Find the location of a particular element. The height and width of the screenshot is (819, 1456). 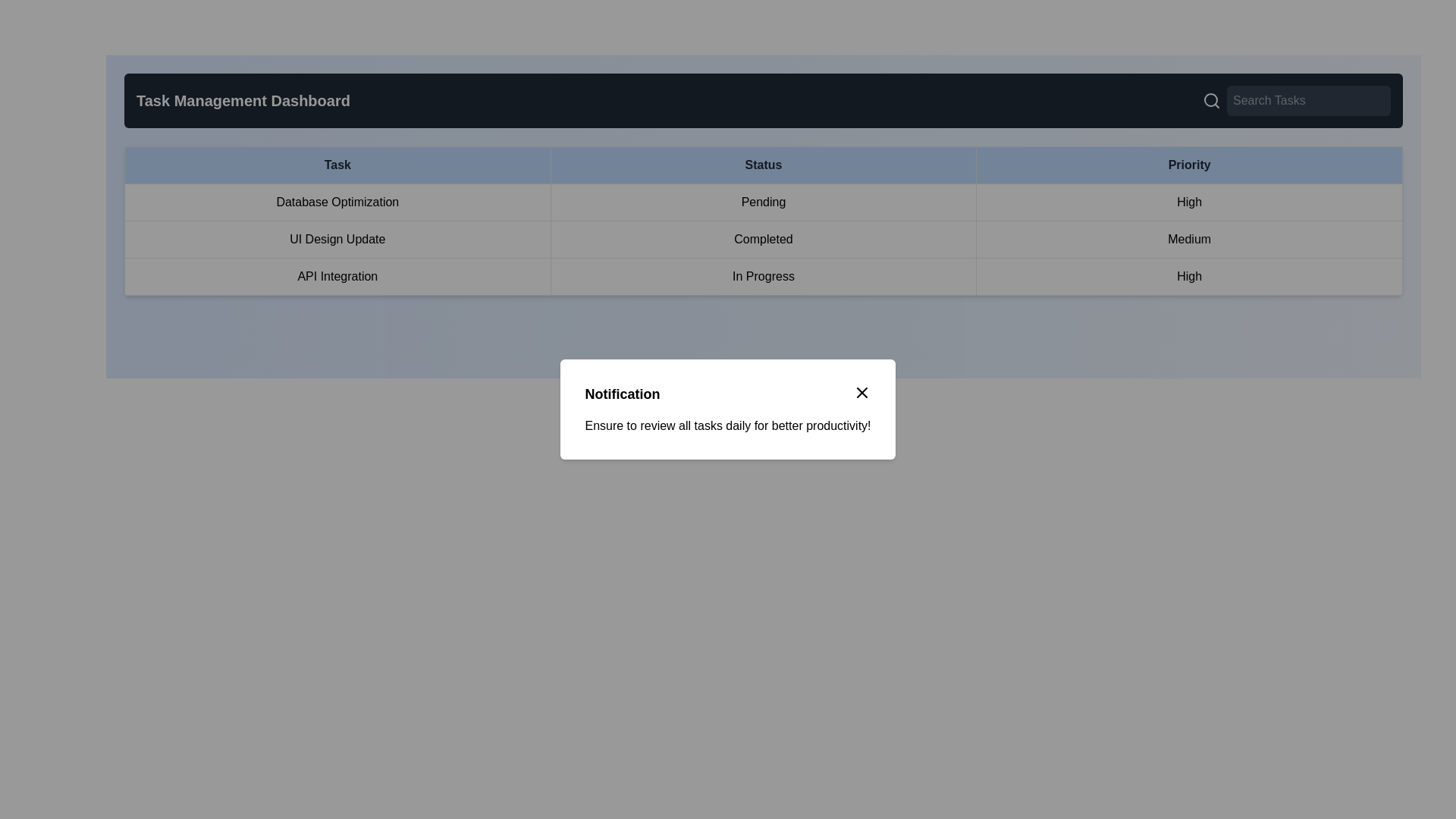

the table header label indicating the priority level of items, which is the third column in the table header row is located at coordinates (1188, 165).